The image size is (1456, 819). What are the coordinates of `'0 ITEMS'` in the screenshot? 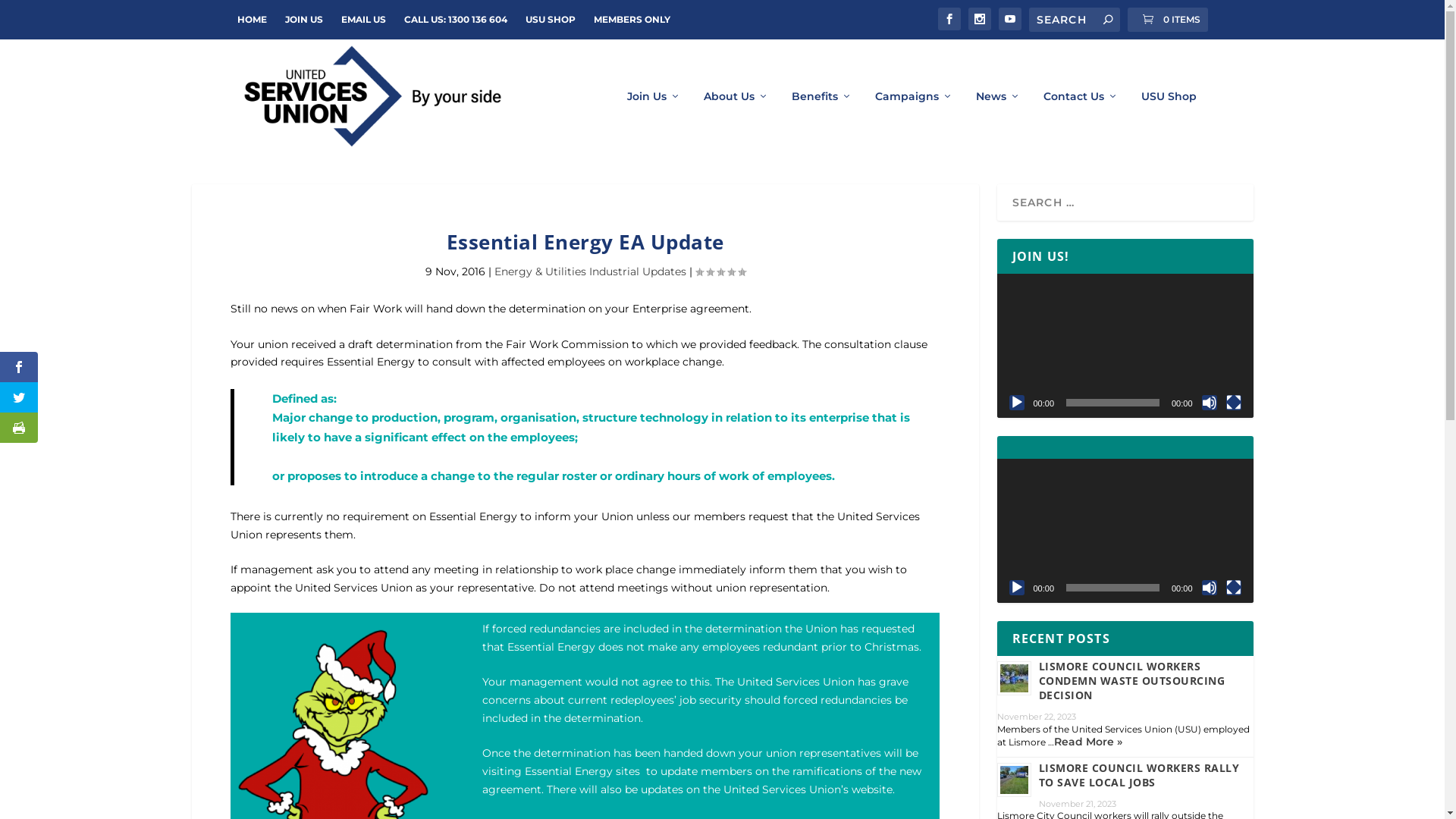 It's located at (1127, 20).